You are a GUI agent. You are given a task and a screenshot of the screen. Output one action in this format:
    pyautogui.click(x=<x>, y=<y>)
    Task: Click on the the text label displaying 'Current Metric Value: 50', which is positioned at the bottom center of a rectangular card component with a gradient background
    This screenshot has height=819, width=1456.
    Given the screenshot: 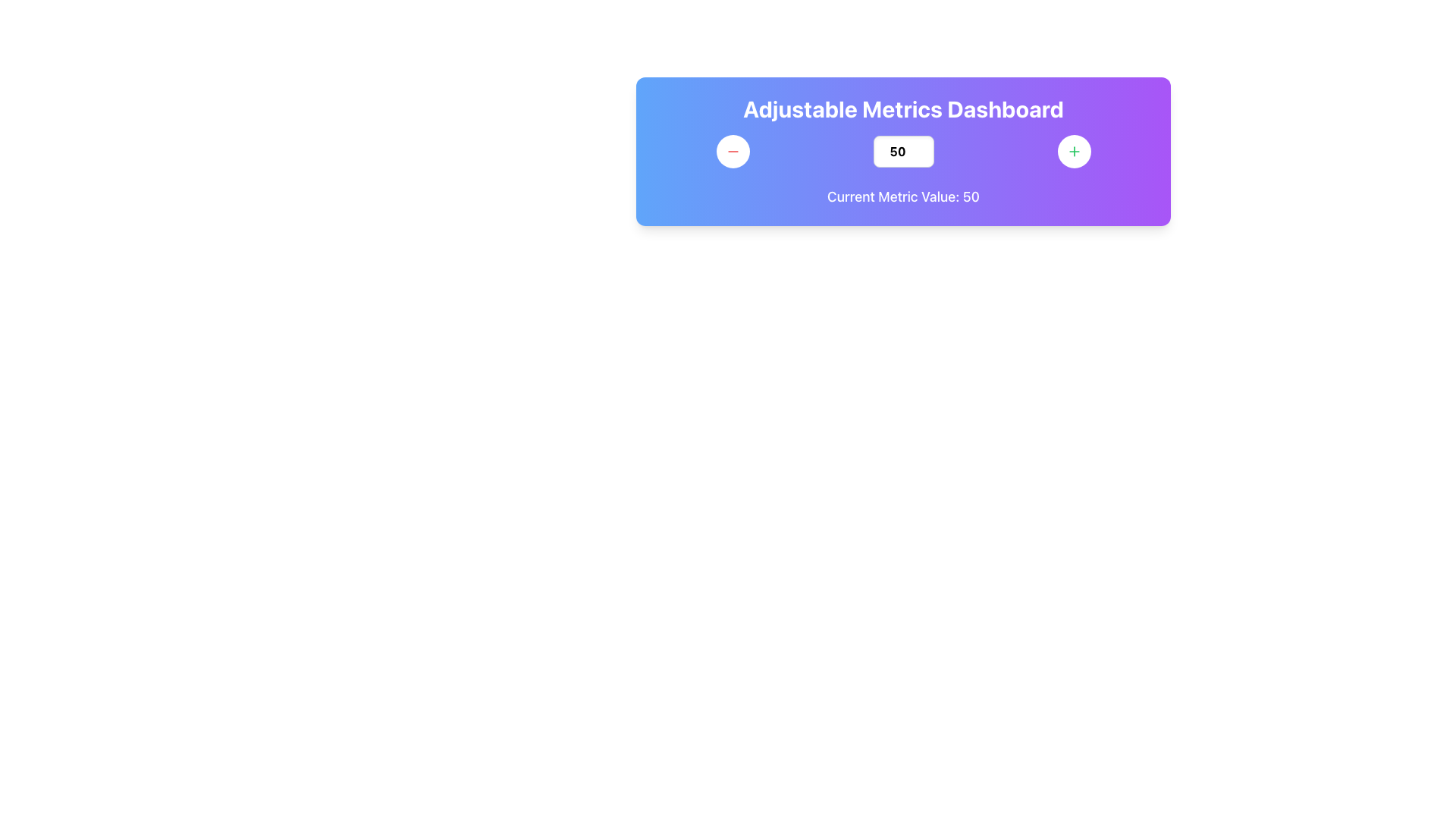 What is the action you would take?
    pyautogui.click(x=903, y=196)
    